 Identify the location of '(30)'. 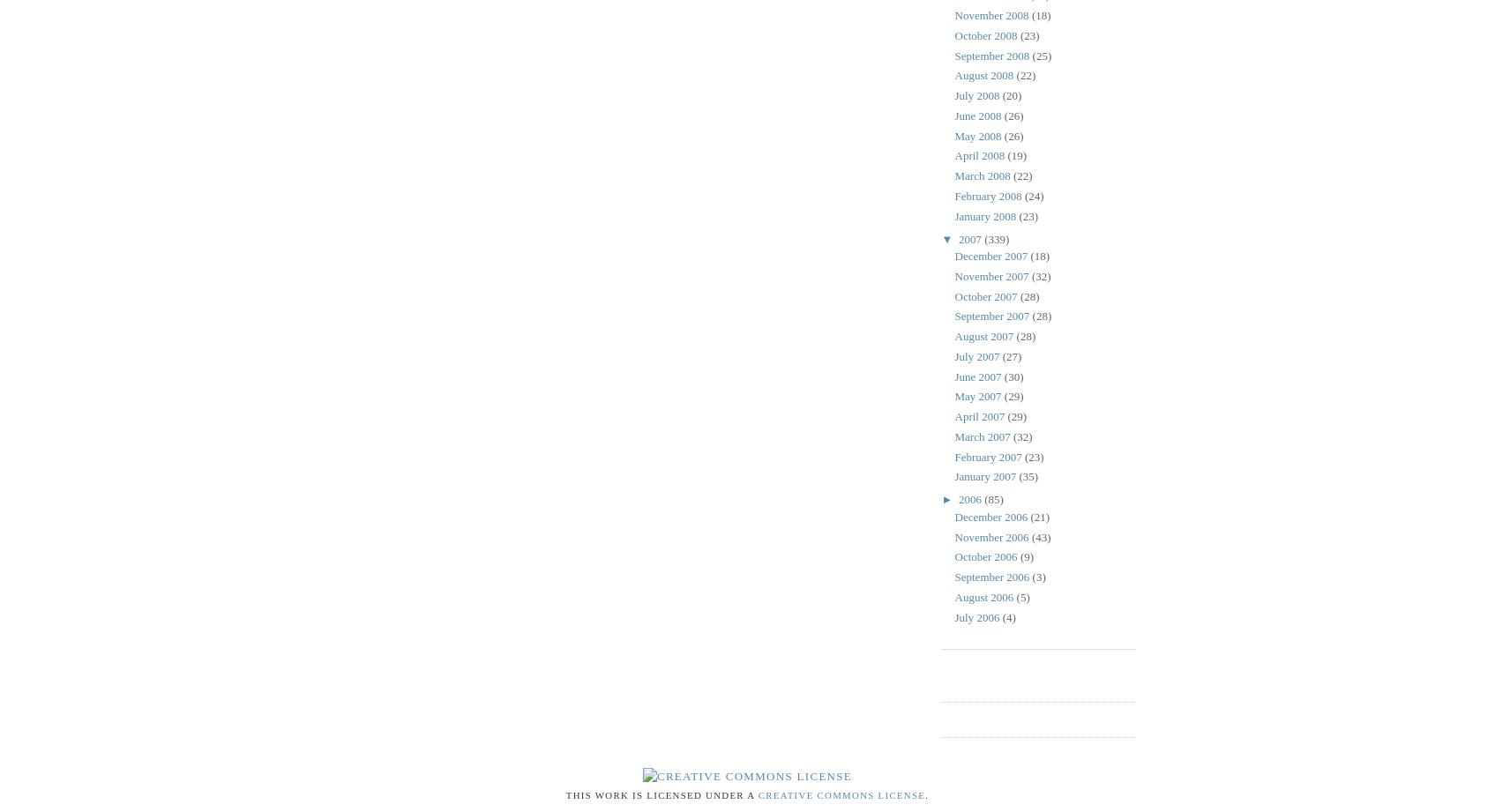
(1013, 376).